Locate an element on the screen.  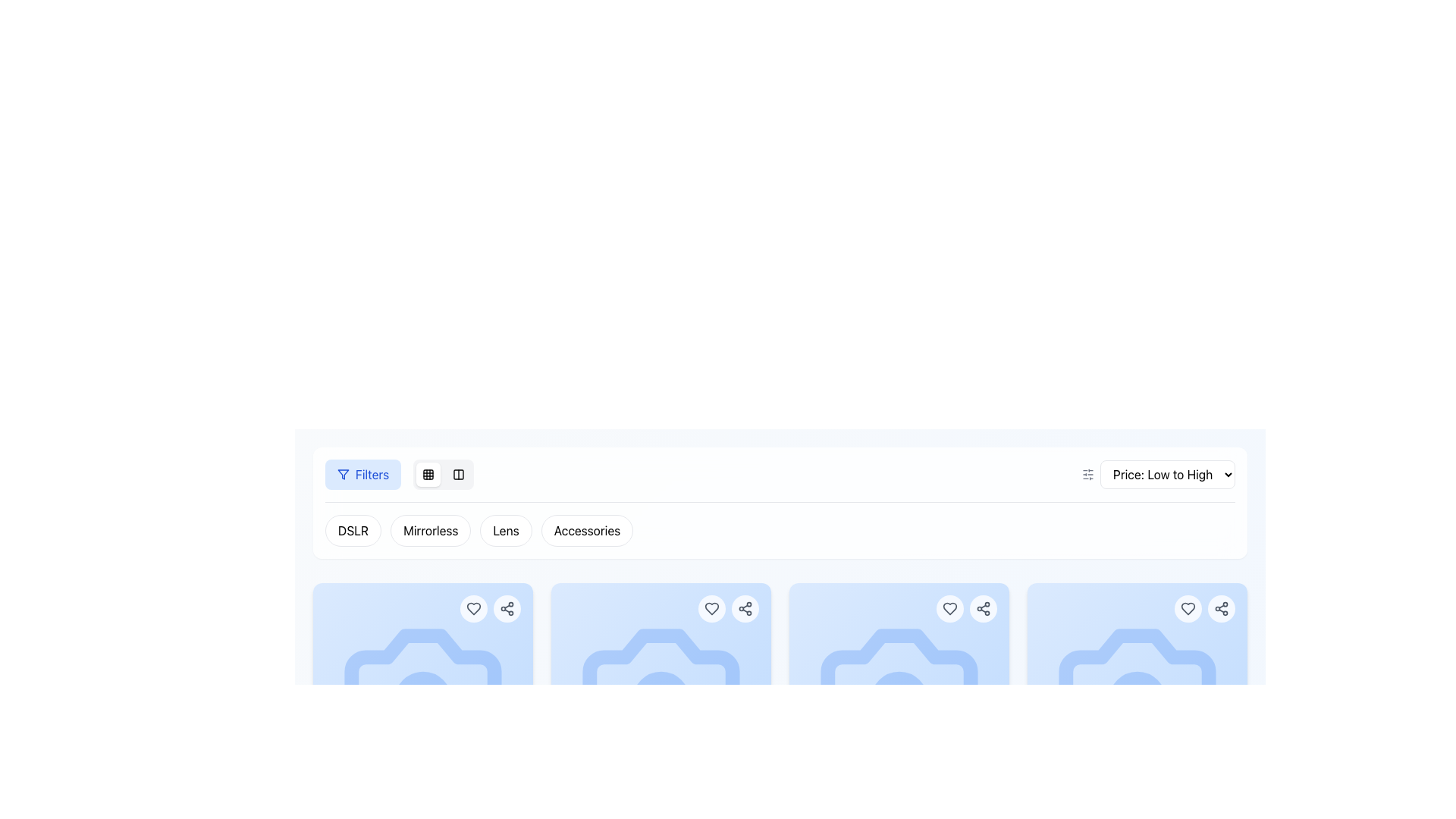
the circular button with a heart icon outline in the top-right corner of the product card is located at coordinates (949, 607).